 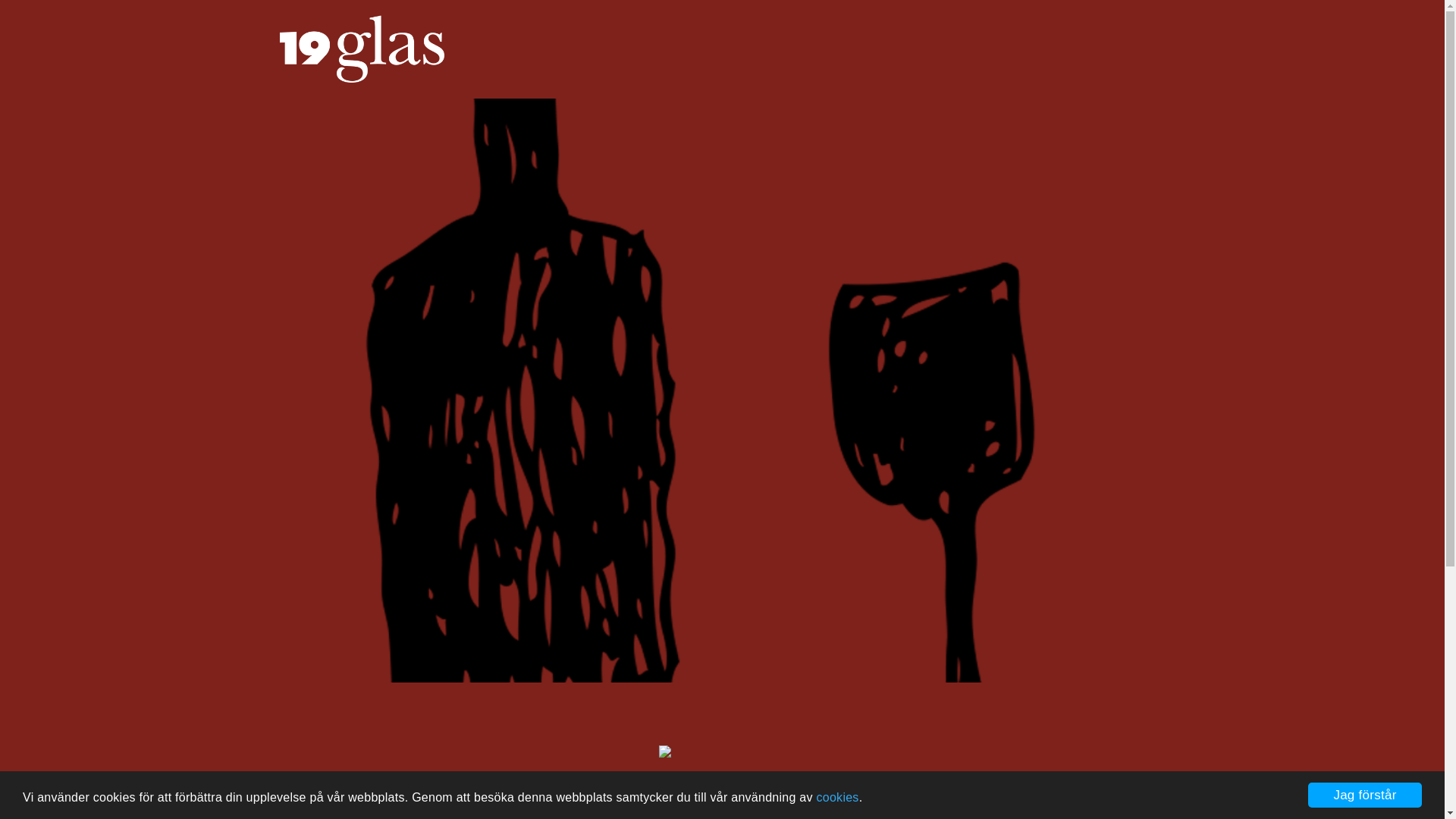 I want to click on 'cookies', so click(x=836, y=796).